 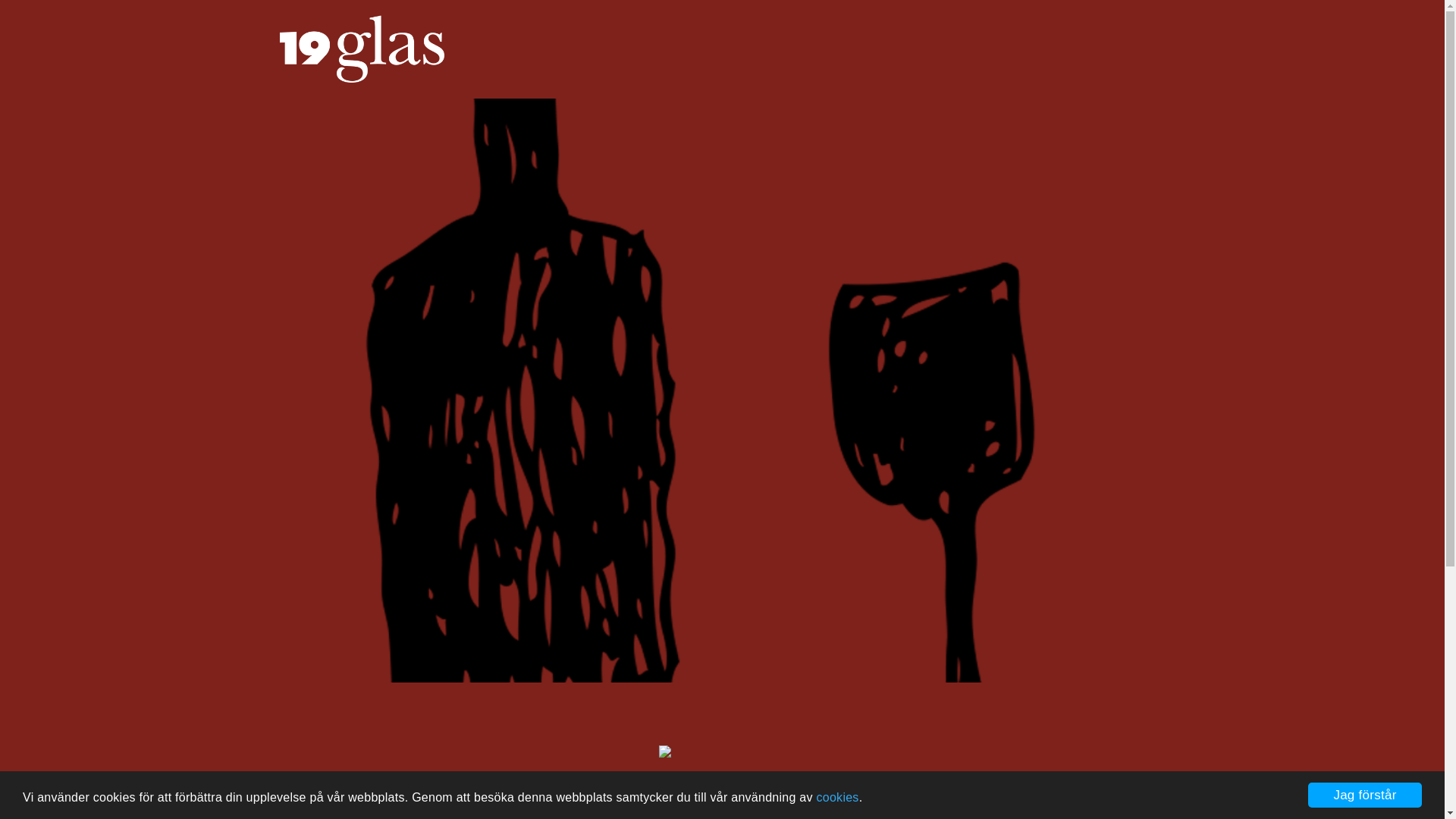 I want to click on 'cookies', so click(x=836, y=796).